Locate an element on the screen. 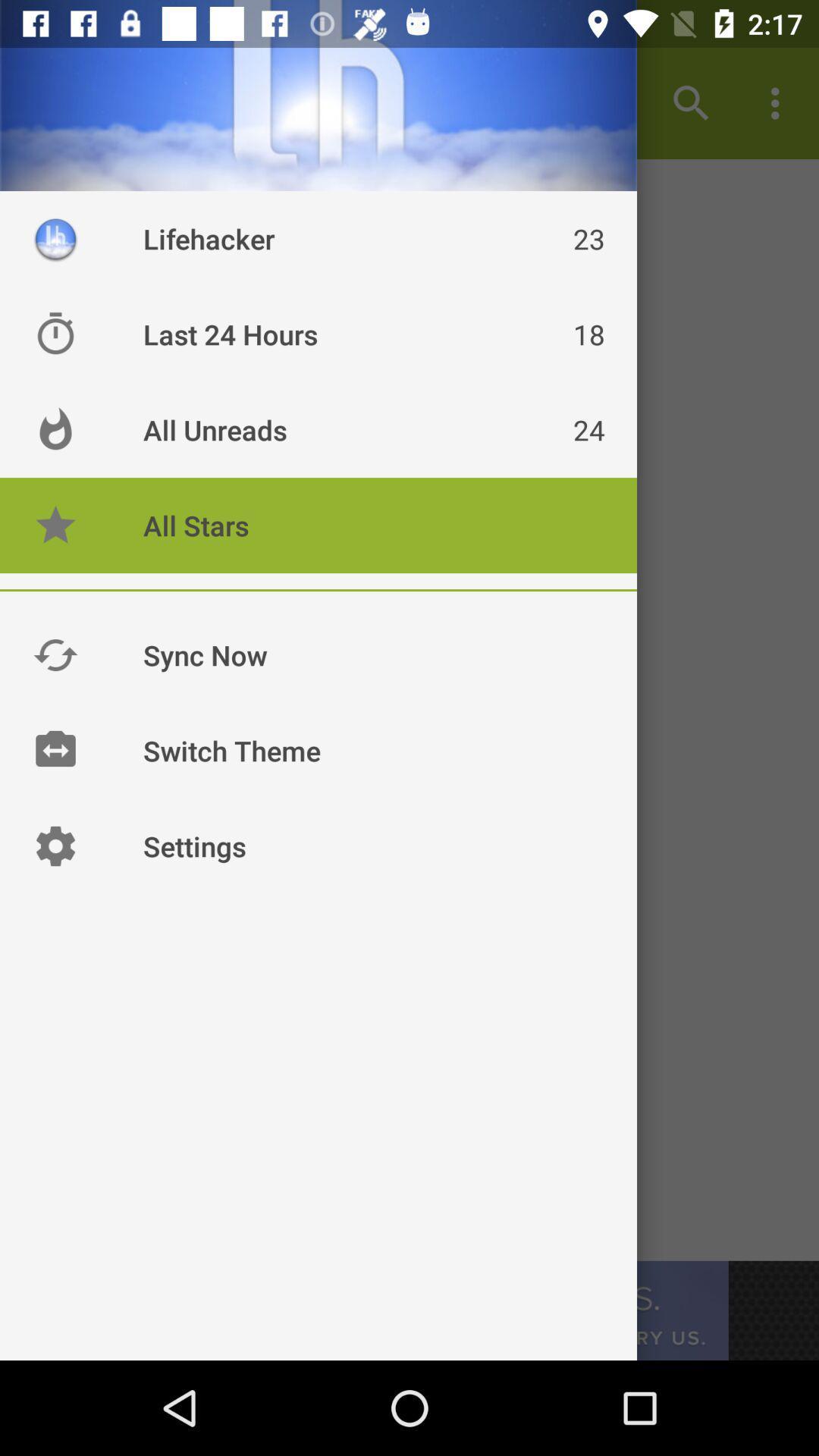 This screenshot has height=1456, width=819. settings icon is located at coordinates (55, 845).